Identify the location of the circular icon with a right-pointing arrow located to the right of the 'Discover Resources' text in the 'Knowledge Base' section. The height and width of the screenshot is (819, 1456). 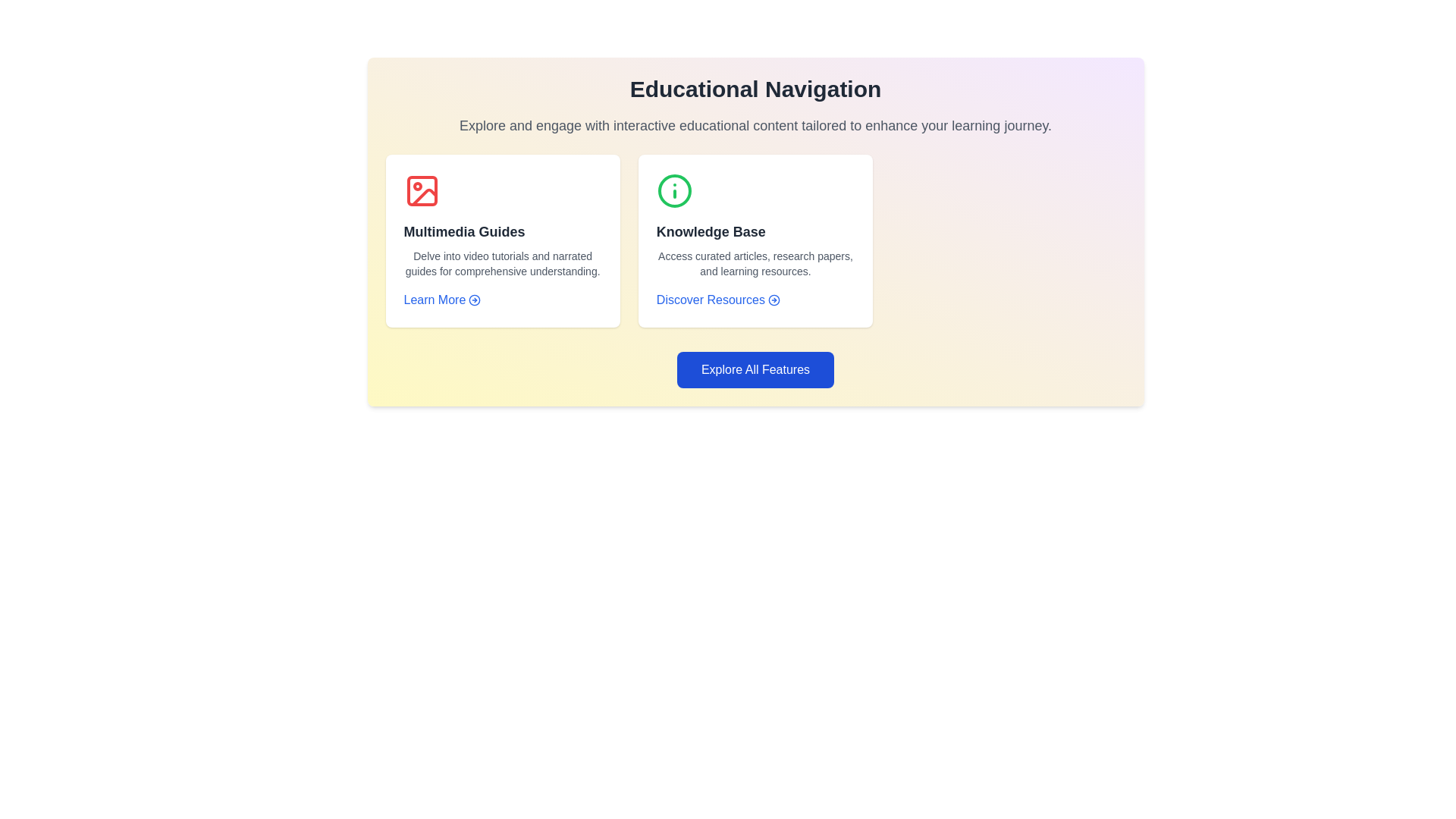
(774, 300).